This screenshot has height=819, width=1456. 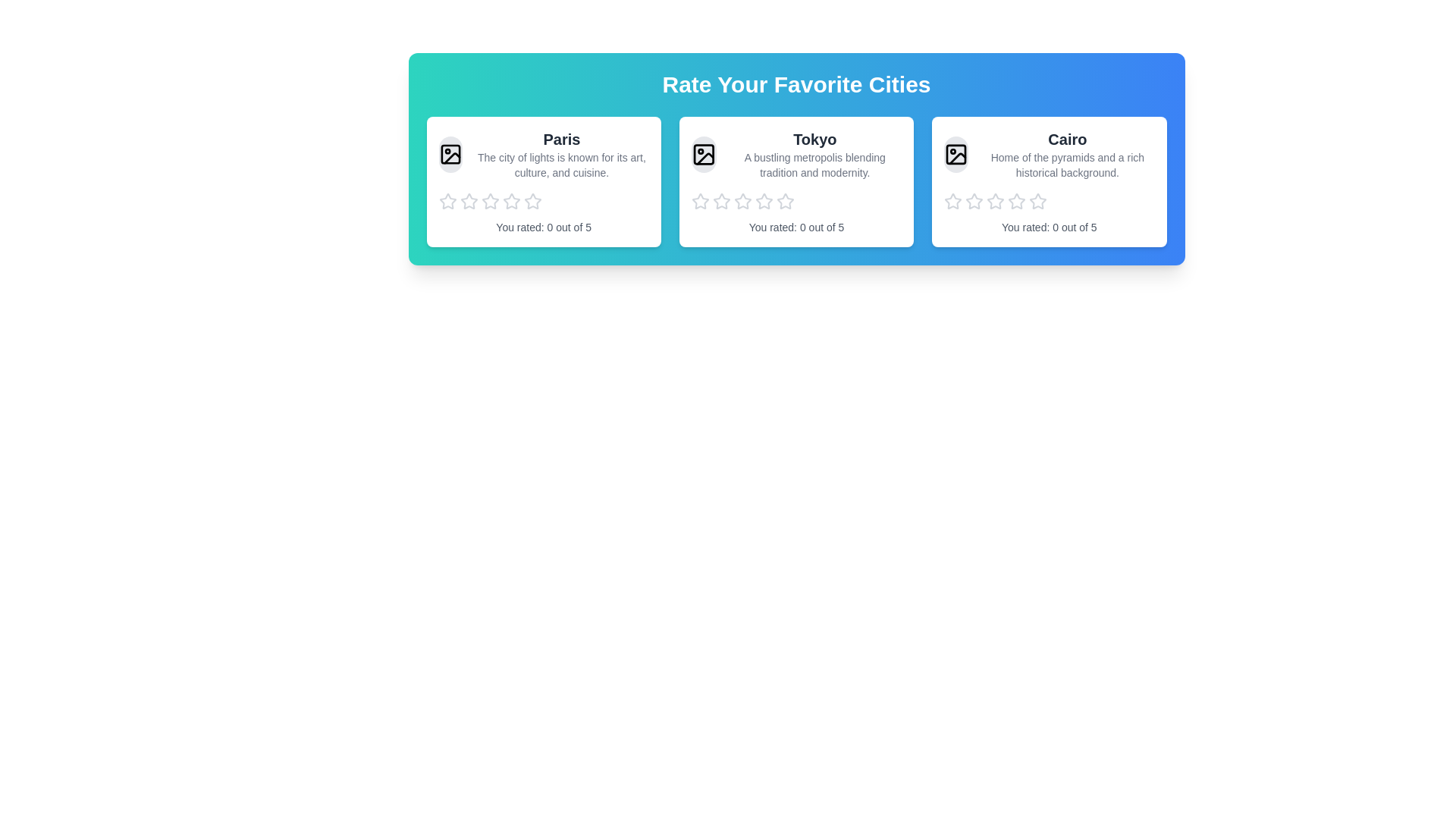 What do you see at coordinates (1048, 201) in the screenshot?
I see `the first star of the Rating control (star-based) located in the 'Cairo' section` at bounding box center [1048, 201].